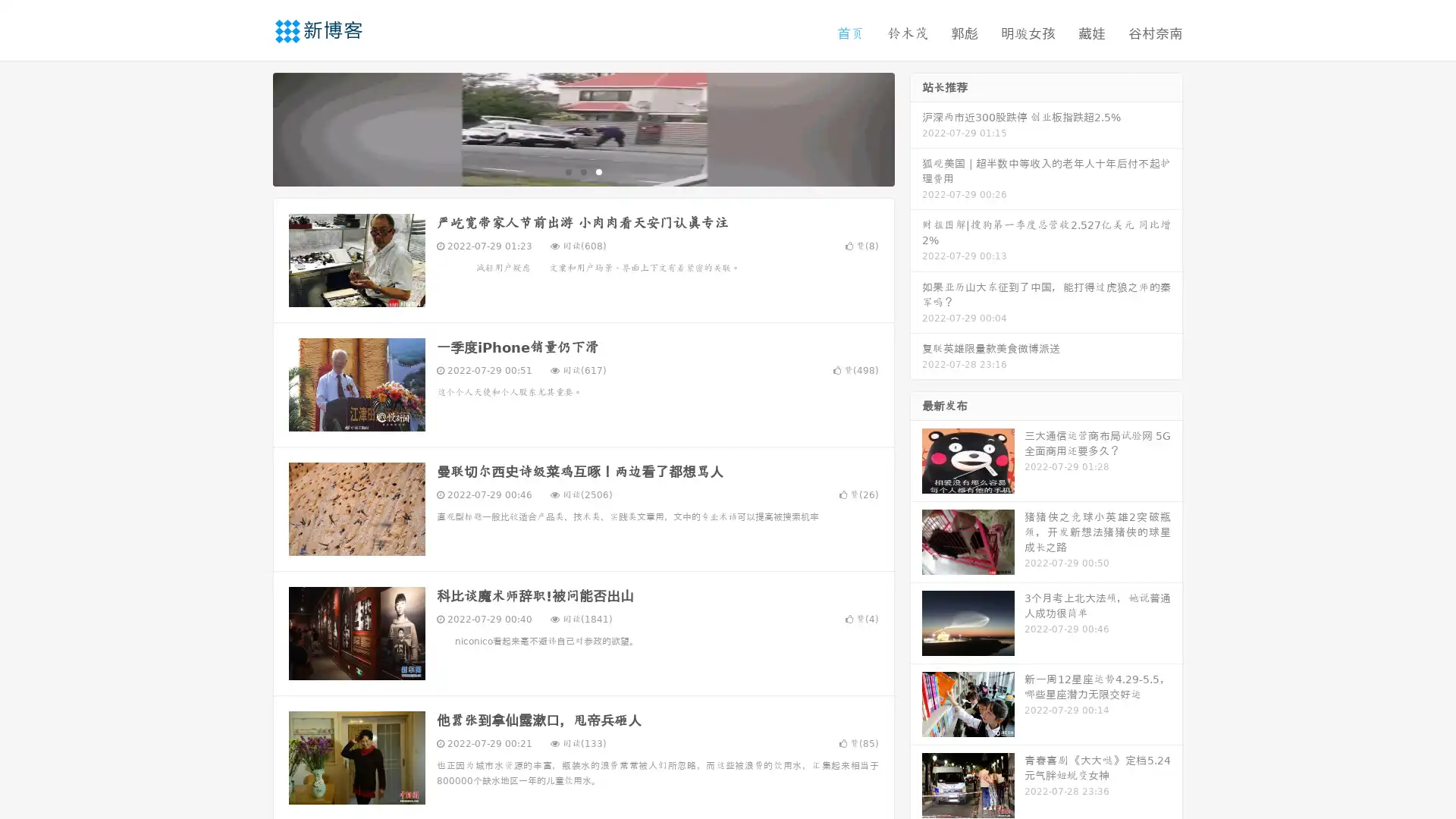 The height and width of the screenshot is (819, 1456). What do you see at coordinates (250, 127) in the screenshot?
I see `Previous slide` at bounding box center [250, 127].